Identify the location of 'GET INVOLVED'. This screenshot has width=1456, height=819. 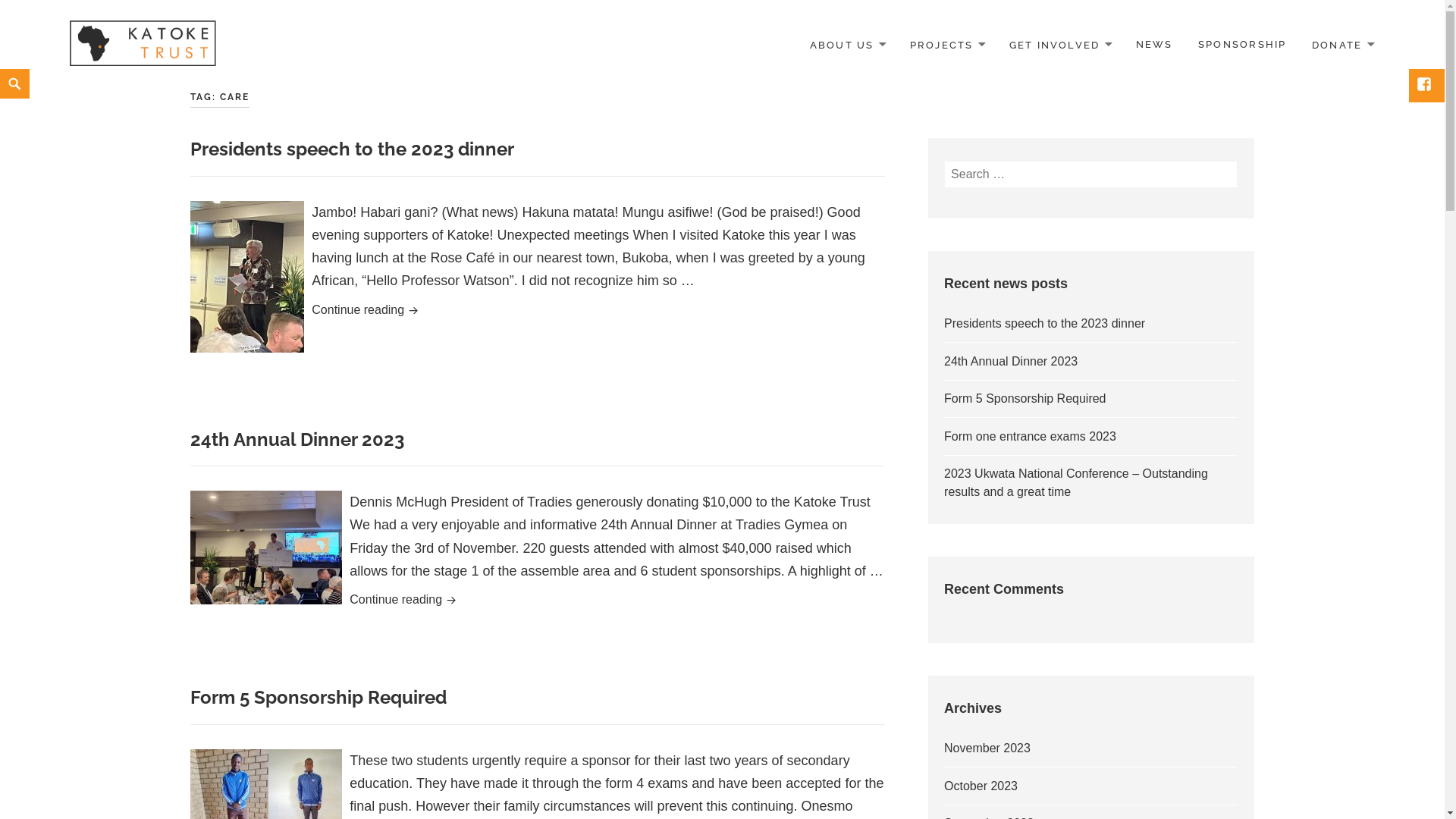
(997, 44).